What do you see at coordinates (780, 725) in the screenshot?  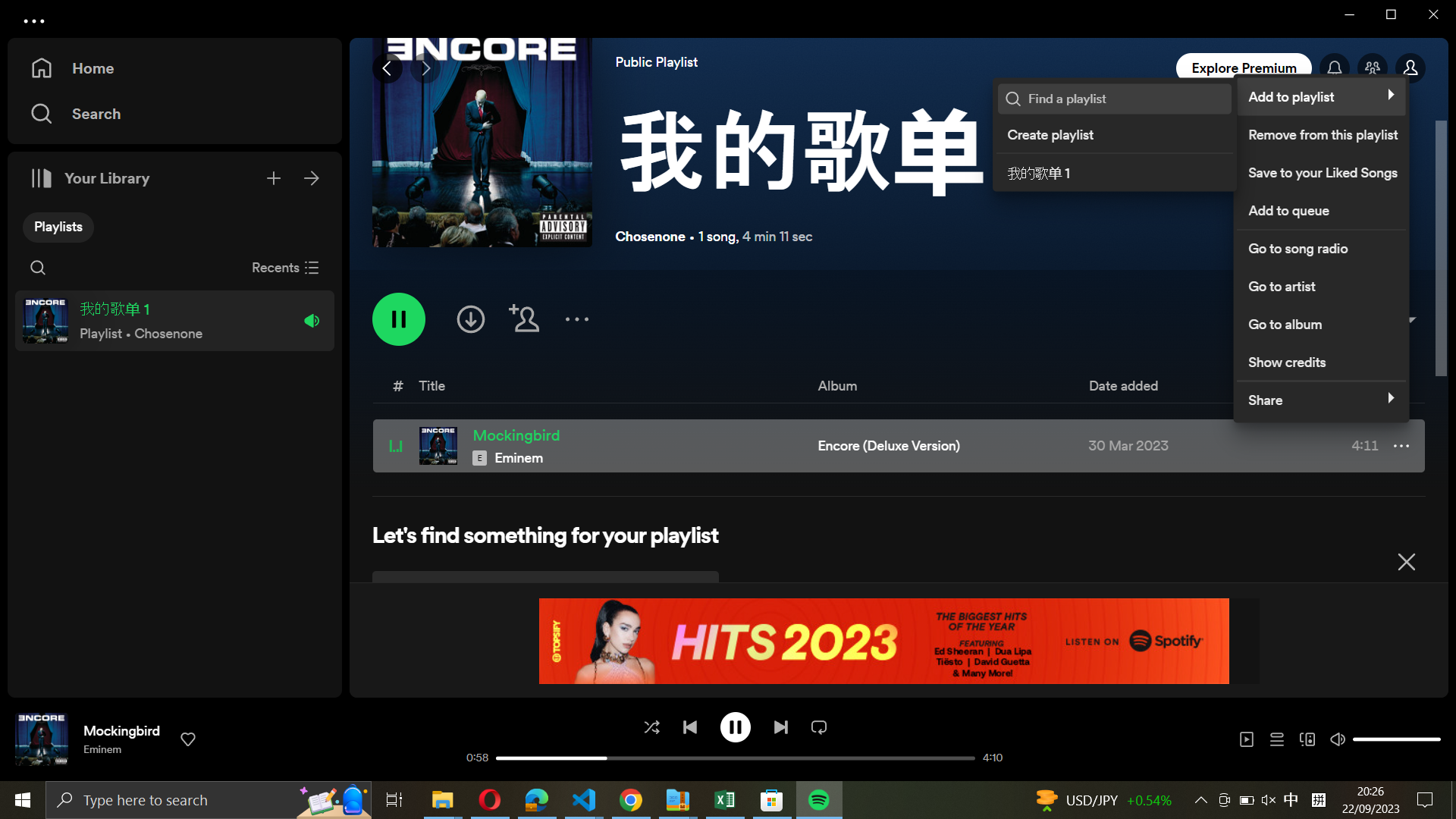 I see `Proceed with the following music piece` at bounding box center [780, 725].